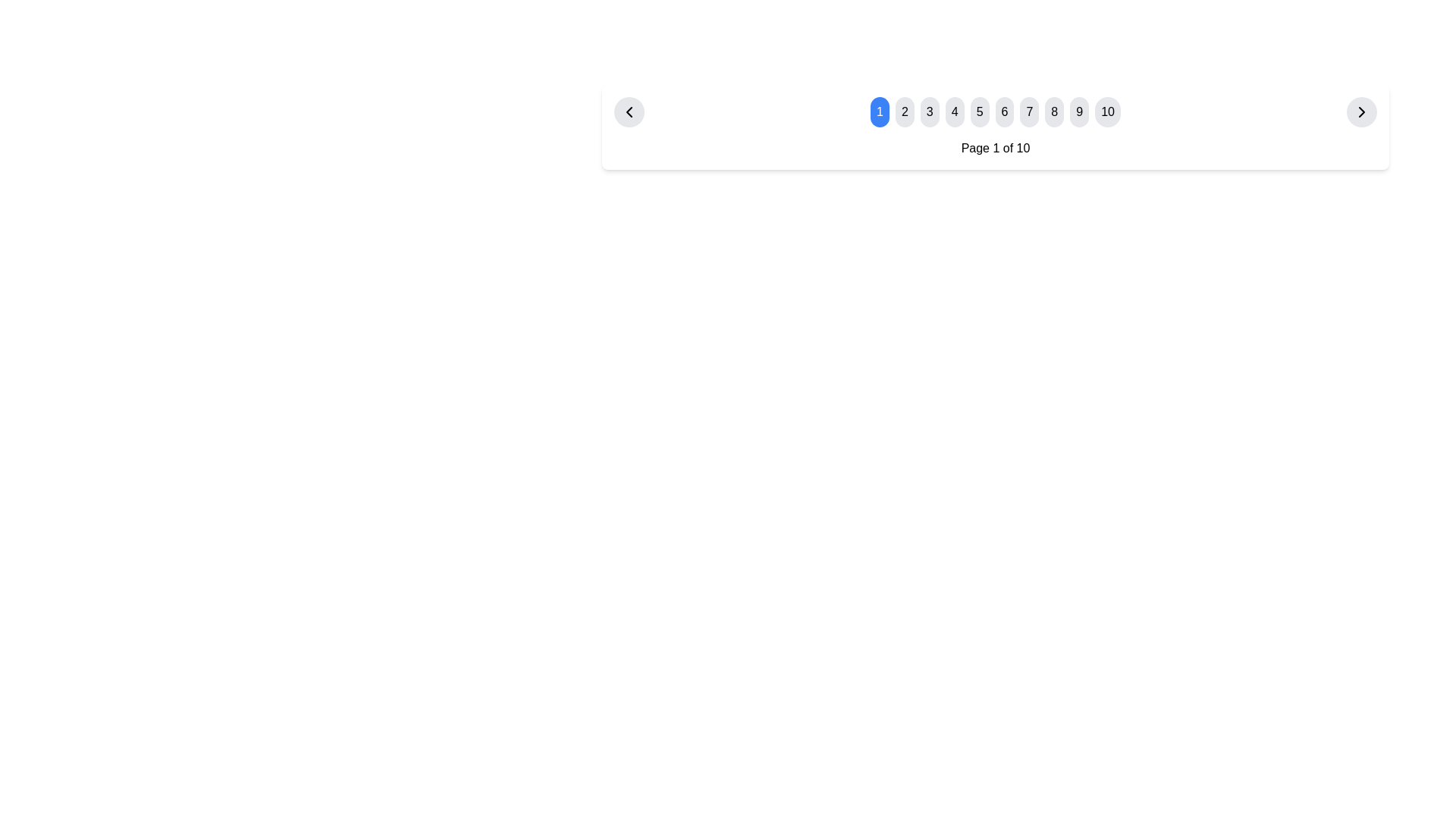 The height and width of the screenshot is (819, 1456). I want to click on the SVG-based navigation button, which is a Chevron arrow symbol located at the far right of the pagination navigation bar, so click(1361, 111).